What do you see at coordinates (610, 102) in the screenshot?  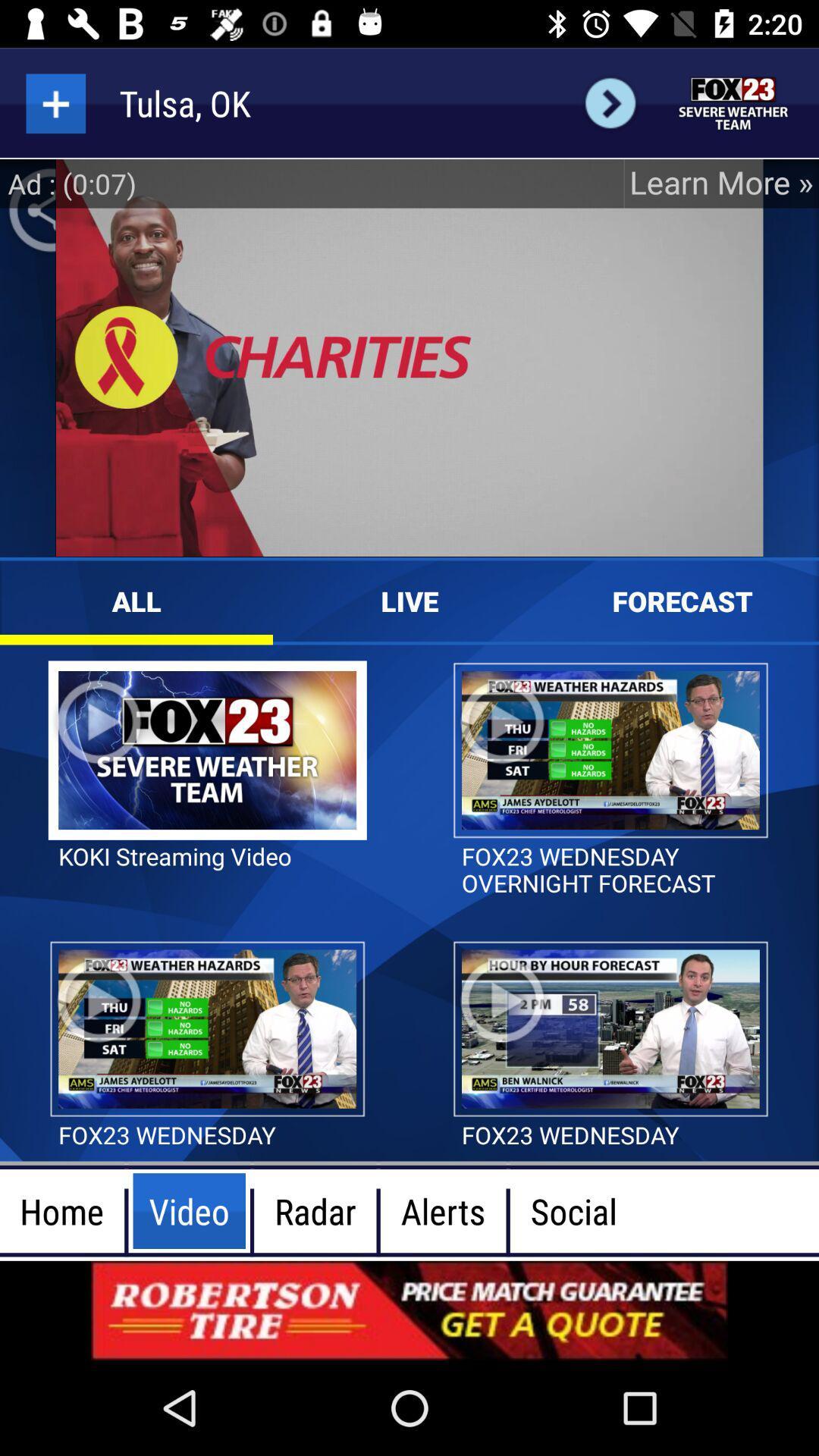 I see `go forward` at bounding box center [610, 102].